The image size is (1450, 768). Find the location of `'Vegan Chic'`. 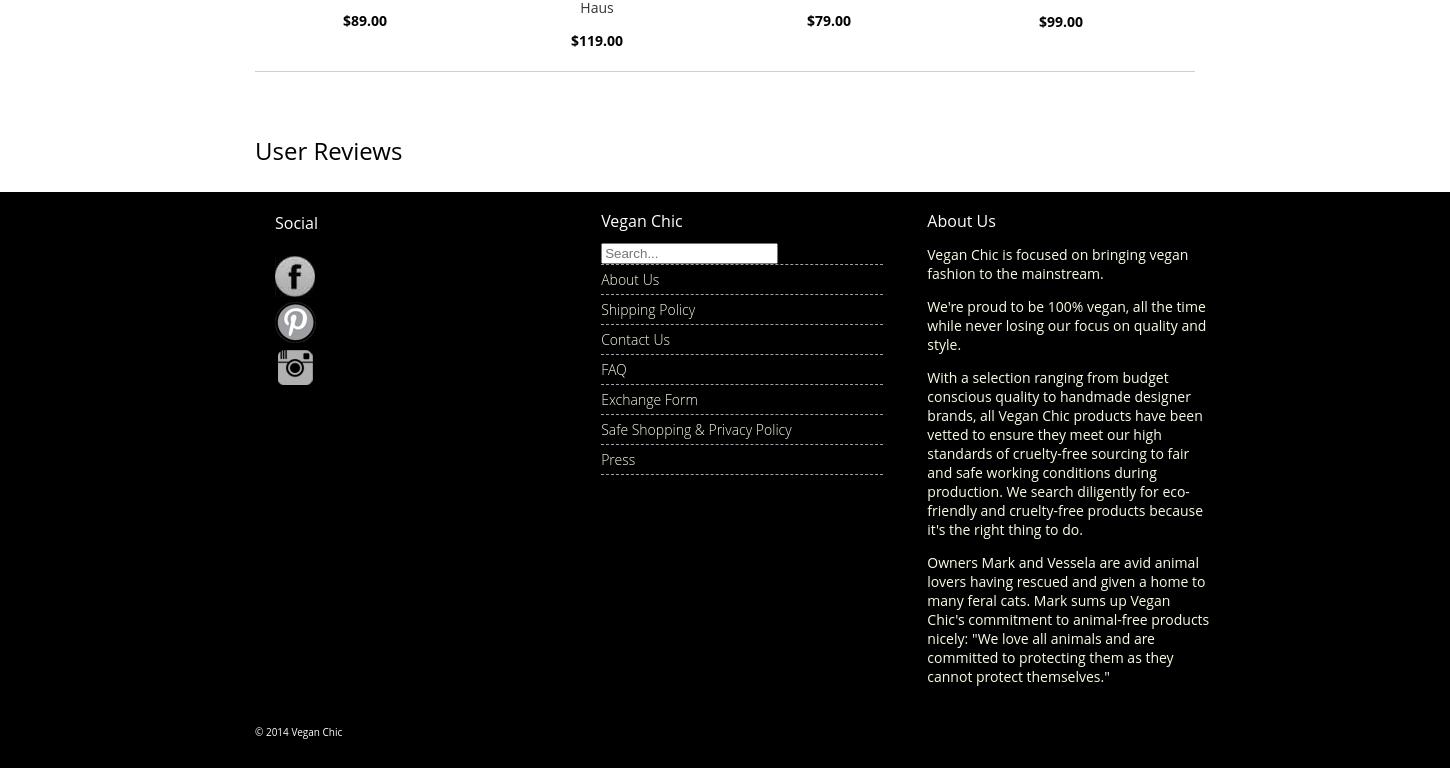

'Vegan Chic' is located at coordinates (640, 219).